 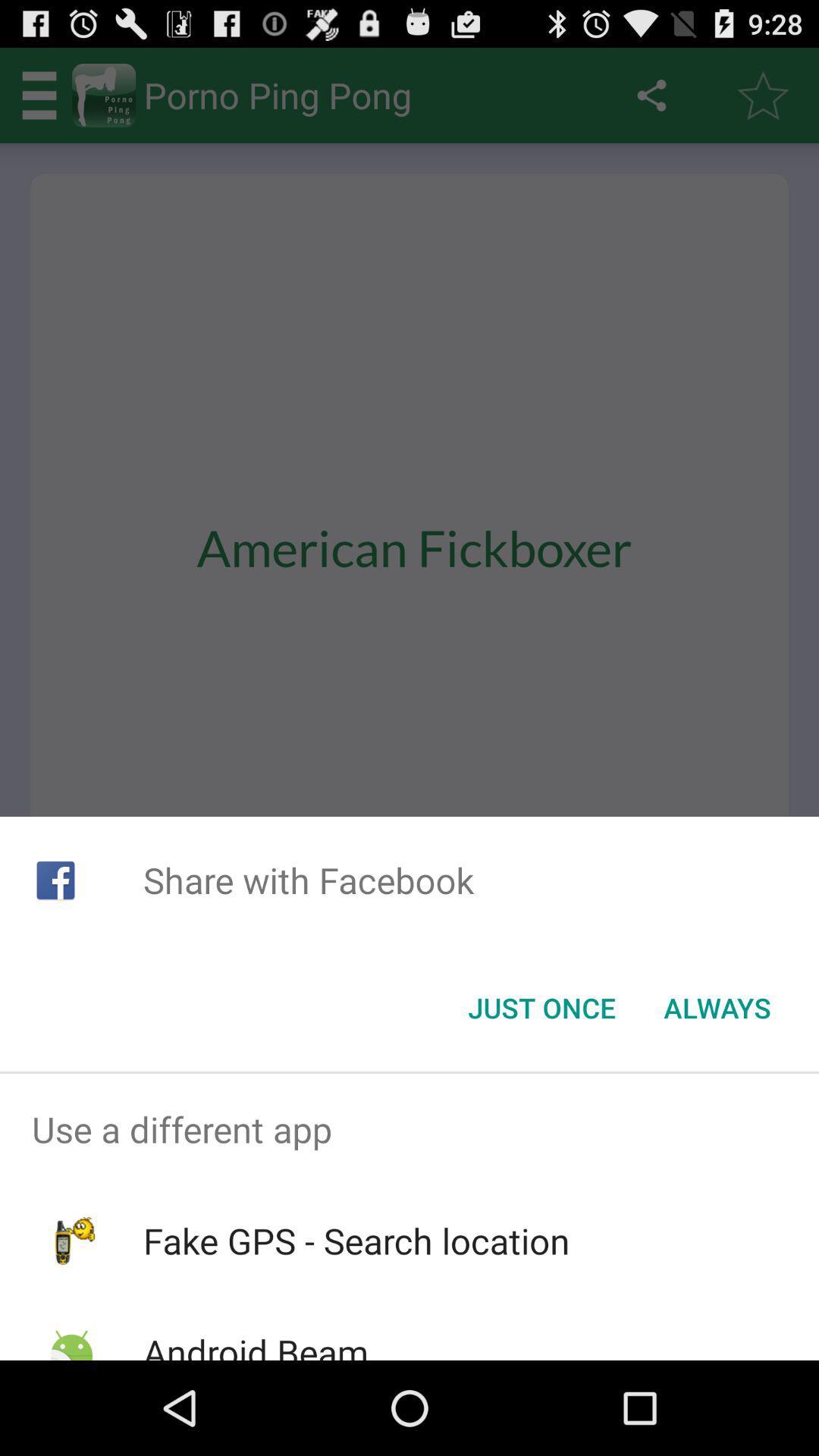 What do you see at coordinates (541, 1008) in the screenshot?
I see `just once item` at bounding box center [541, 1008].